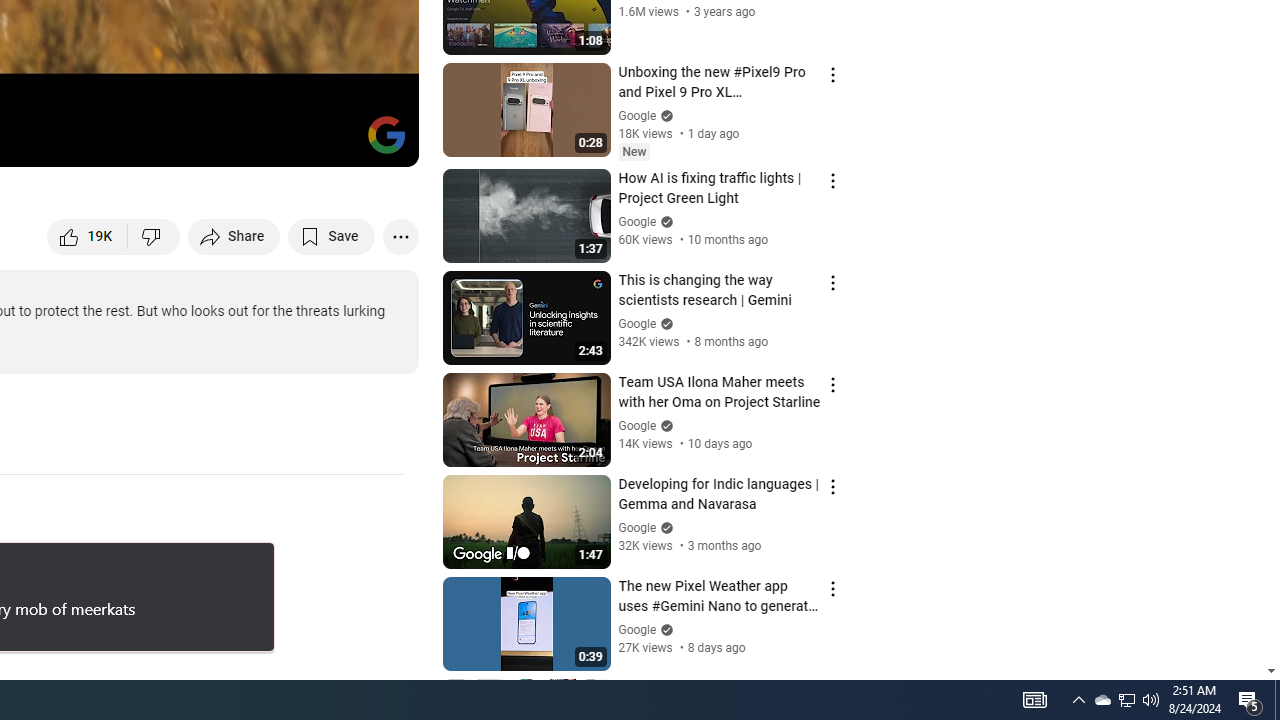  What do you see at coordinates (382, 141) in the screenshot?
I see `'Full screen (f)'` at bounding box center [382, 141].